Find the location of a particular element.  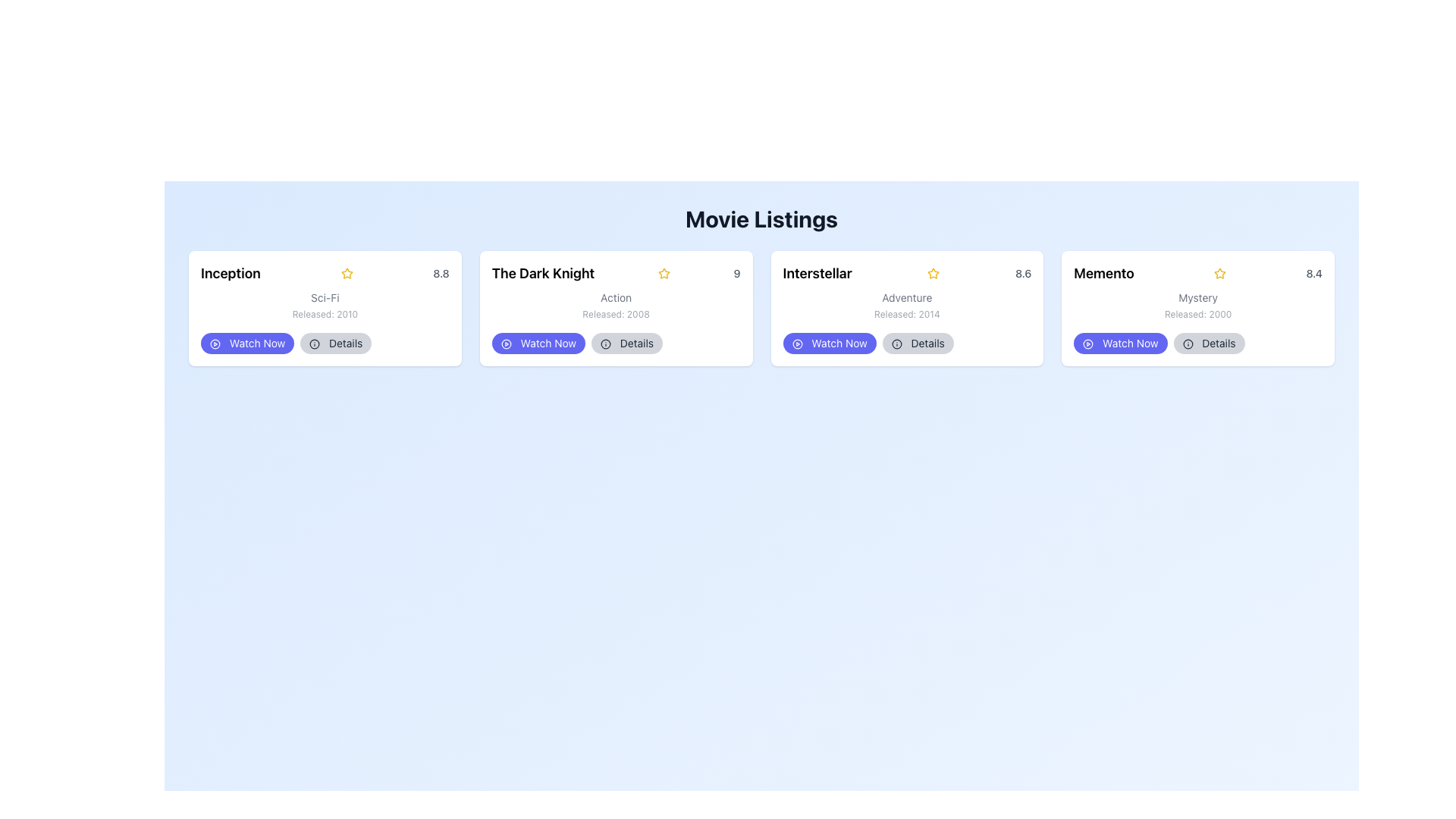

the SVG Circle within the 'Watch Now' button located under the 'Memento' movie card in the fourth card of the horizontal grid layout is located at coordinates (1087, 344).